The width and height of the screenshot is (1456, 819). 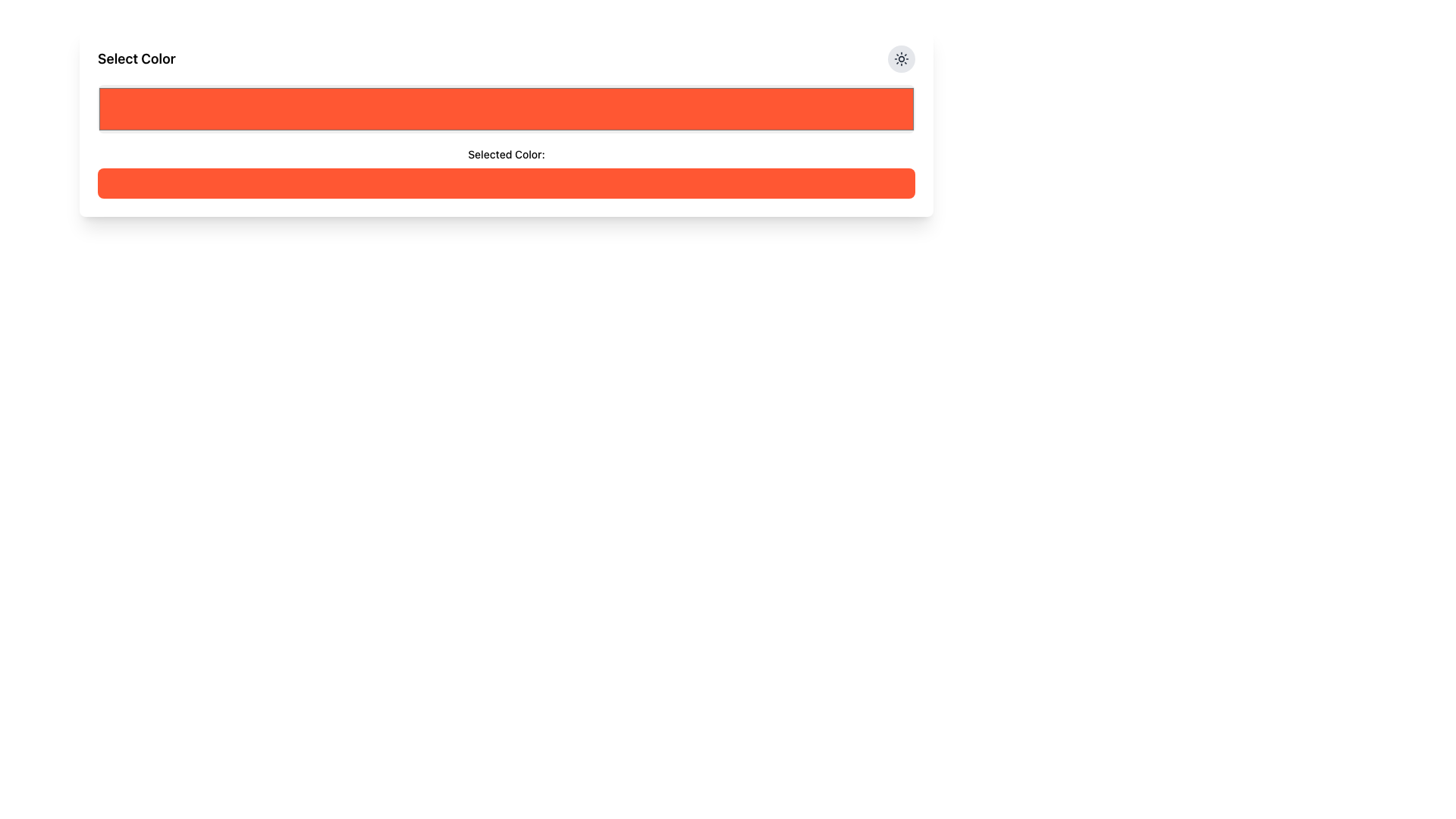 What do you see at coordinates (902, 58) in the screenshot?
I see `the sun icon located in the top-right corner of the card interface` at bounding box center [902, 58].